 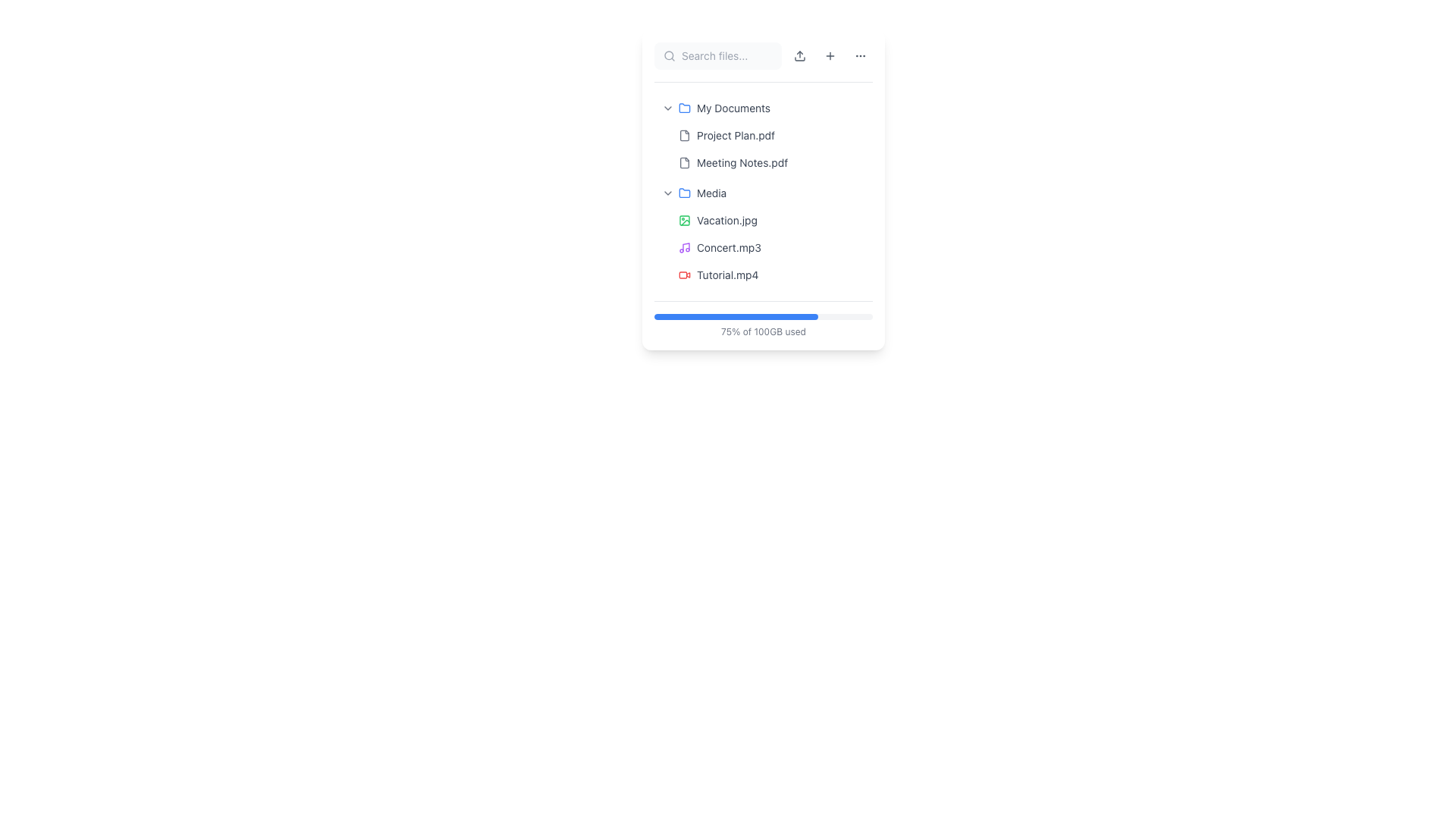 What do you see at coordinates (772, 247) in the screenshot?
I see `on the list item representing the file entry 'Concert.mp3', which is the second item under the 'Media' folder` at bounding box center [772, 247].